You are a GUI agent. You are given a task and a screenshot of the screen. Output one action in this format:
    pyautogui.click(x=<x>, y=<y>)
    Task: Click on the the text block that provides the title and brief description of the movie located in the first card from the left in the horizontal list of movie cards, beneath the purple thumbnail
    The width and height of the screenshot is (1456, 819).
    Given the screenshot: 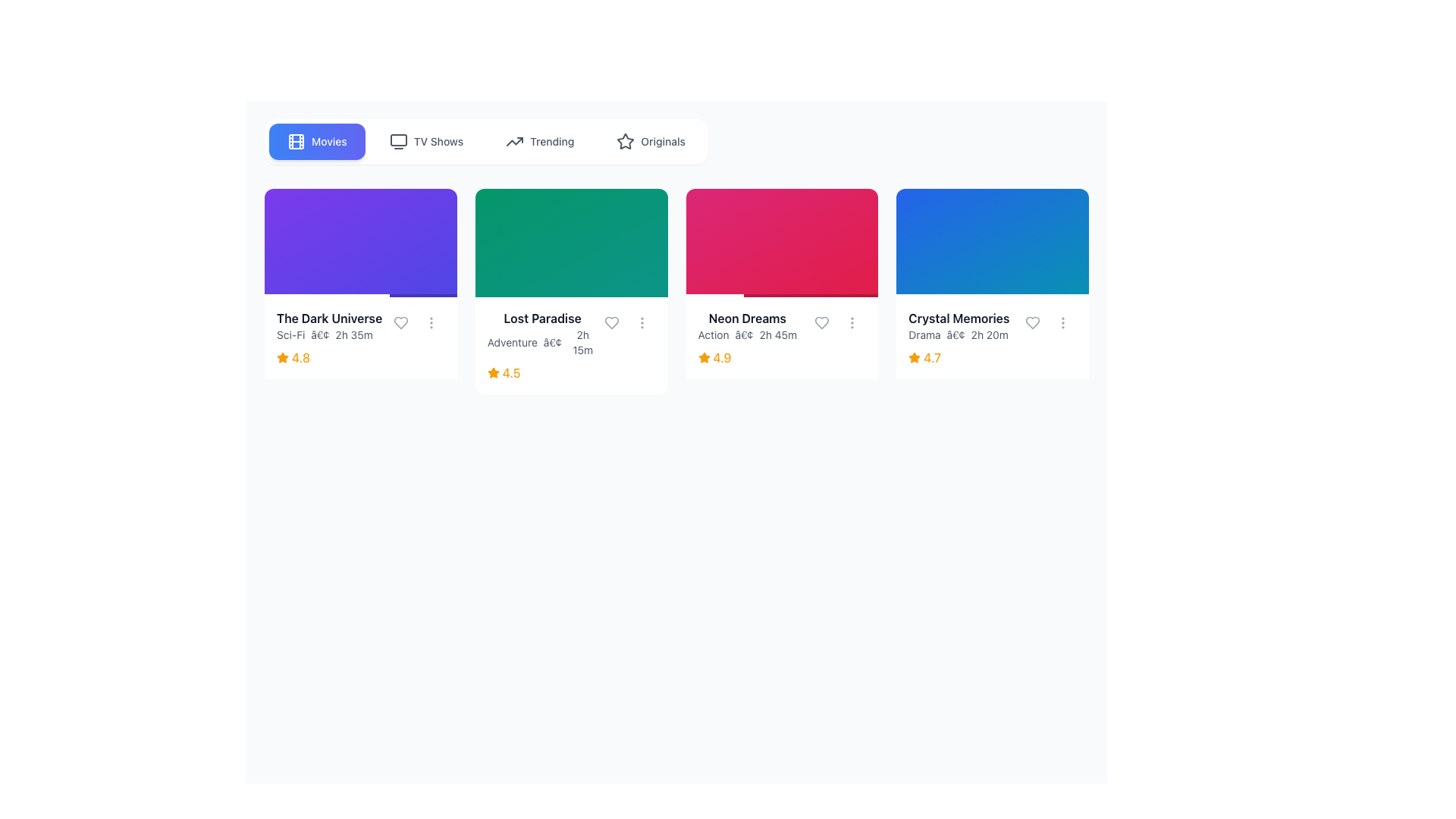 What is the action you would take?
    pyautogui.click(x=328, y=325)
    